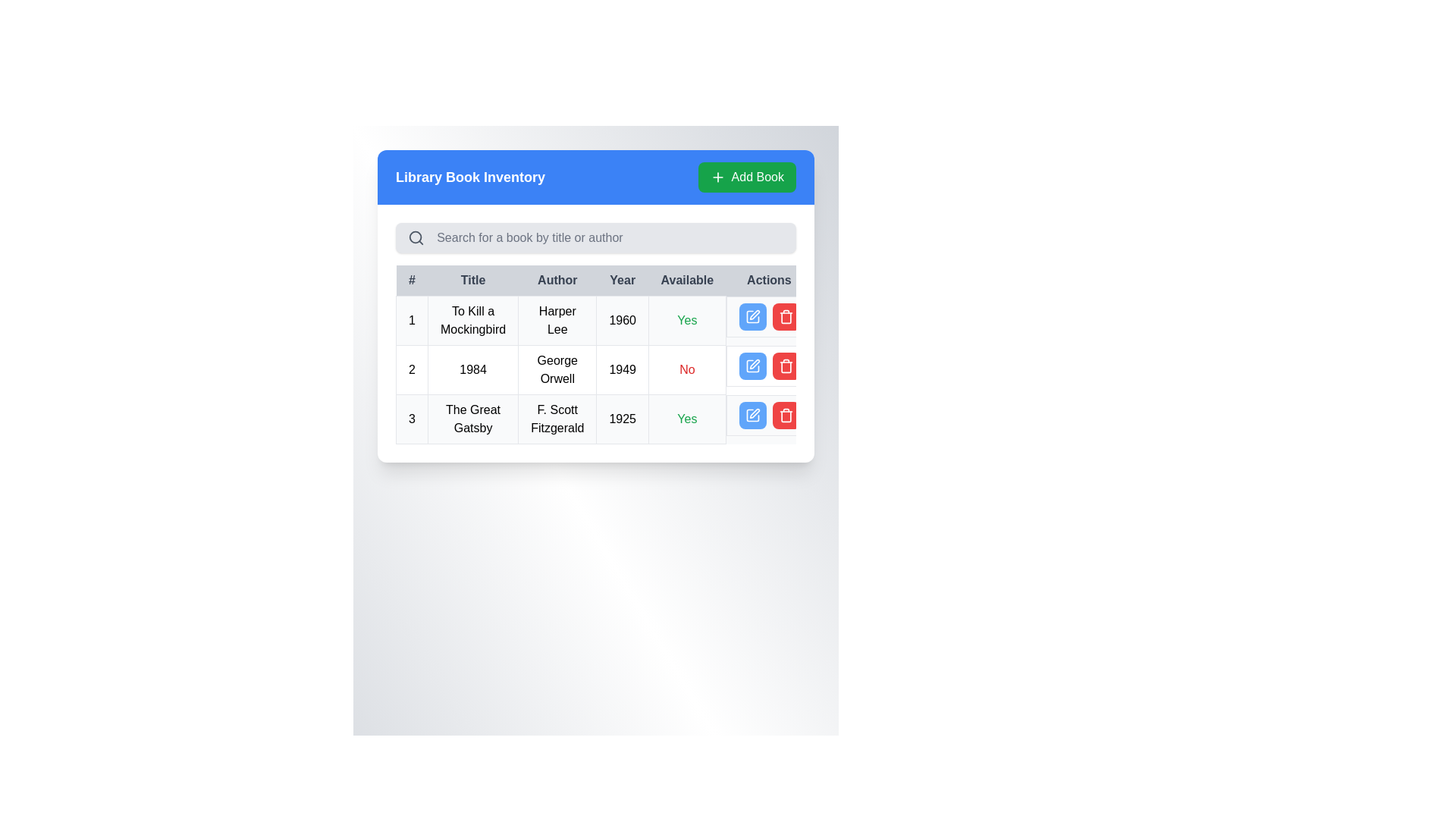 This screenshot has height=819, width=1456. I want to click on the text label displaying 'To Kill a Mockingbird' which is centrally aligned in a light gray rectangular background under the 'Title' column of the table, so click(472, 320).